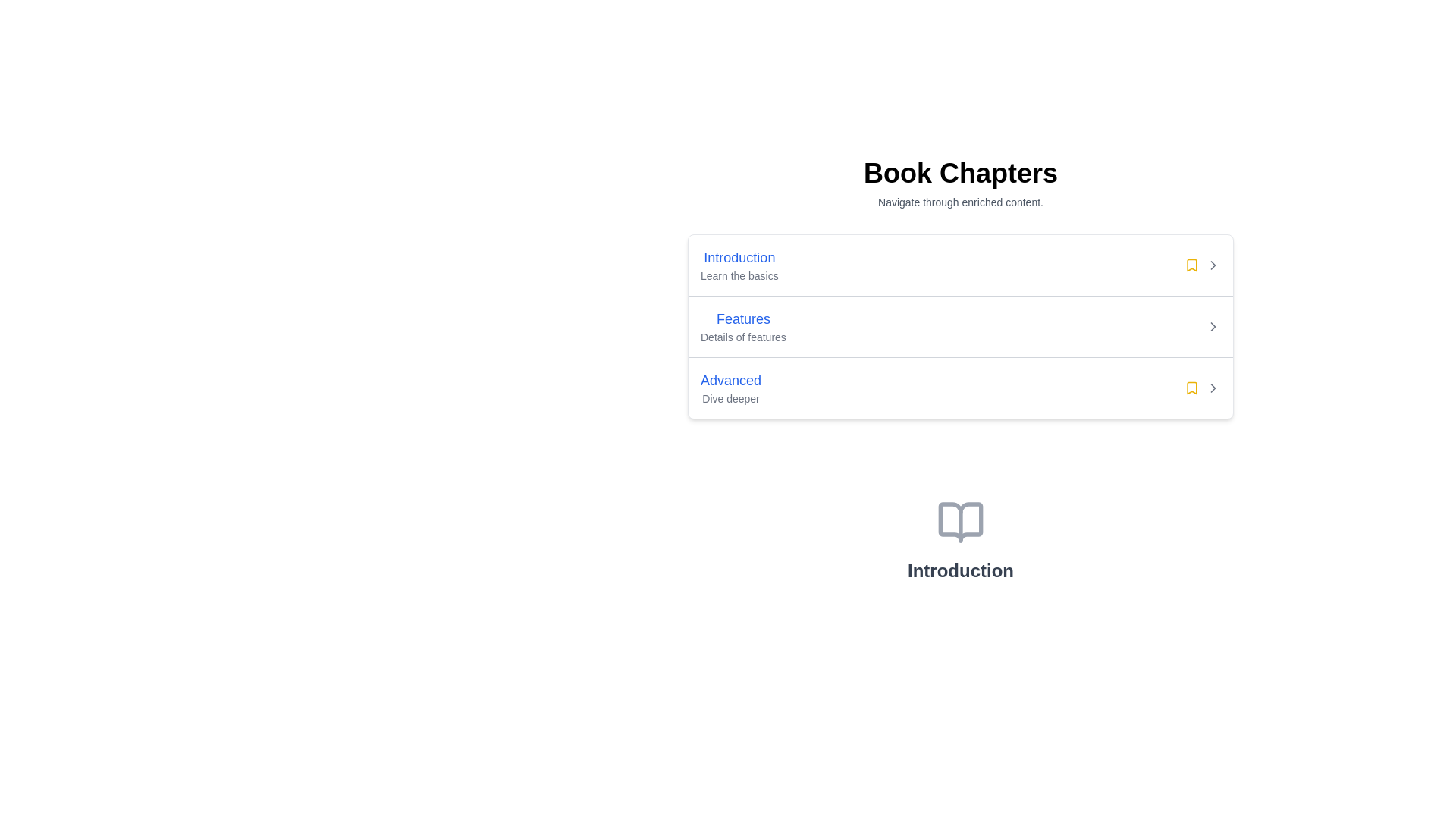 The width and height of the screenshot is (1456, 819). I want to click on the navigation control icon located on the far right of the 'Features' row in the 'Book Chapters' list, so click(1212, 326).